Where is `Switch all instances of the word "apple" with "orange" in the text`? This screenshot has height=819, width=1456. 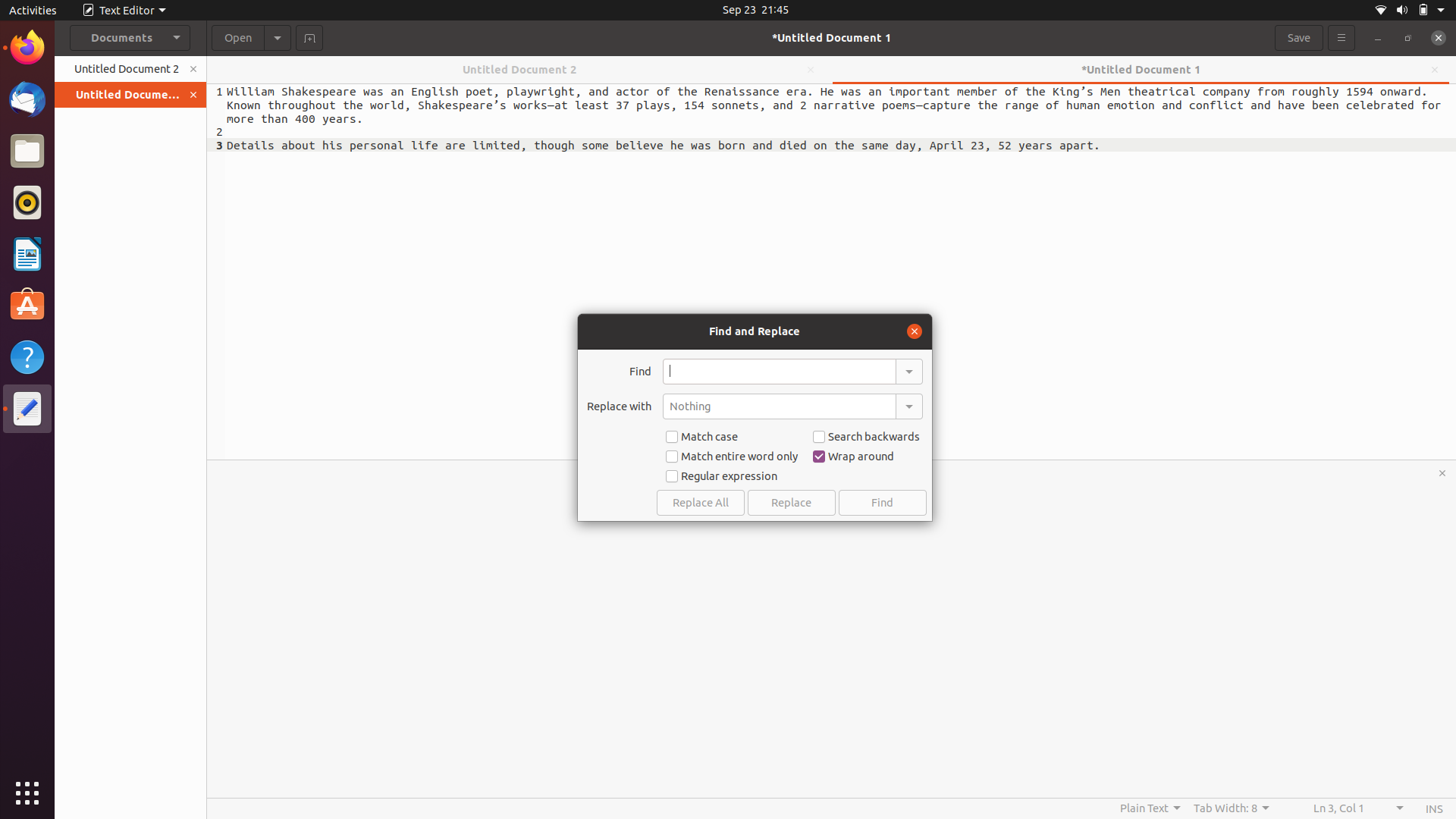 Switch all instances of the word "apple" with "orange" in the text is located at coordinates (779, 371).